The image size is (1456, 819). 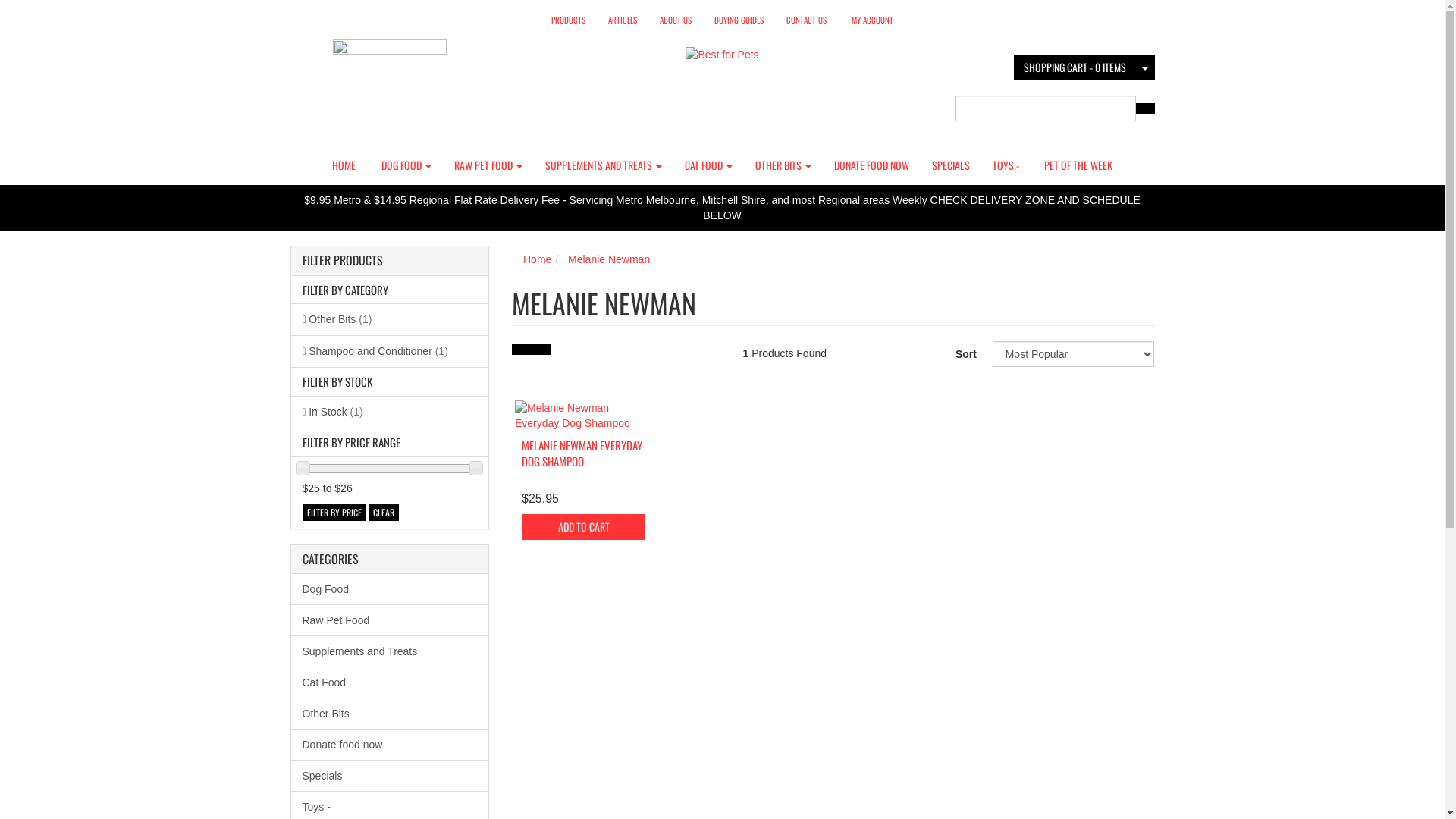 I want to click on 'ADD TO CART', so click(x=582, y=526).